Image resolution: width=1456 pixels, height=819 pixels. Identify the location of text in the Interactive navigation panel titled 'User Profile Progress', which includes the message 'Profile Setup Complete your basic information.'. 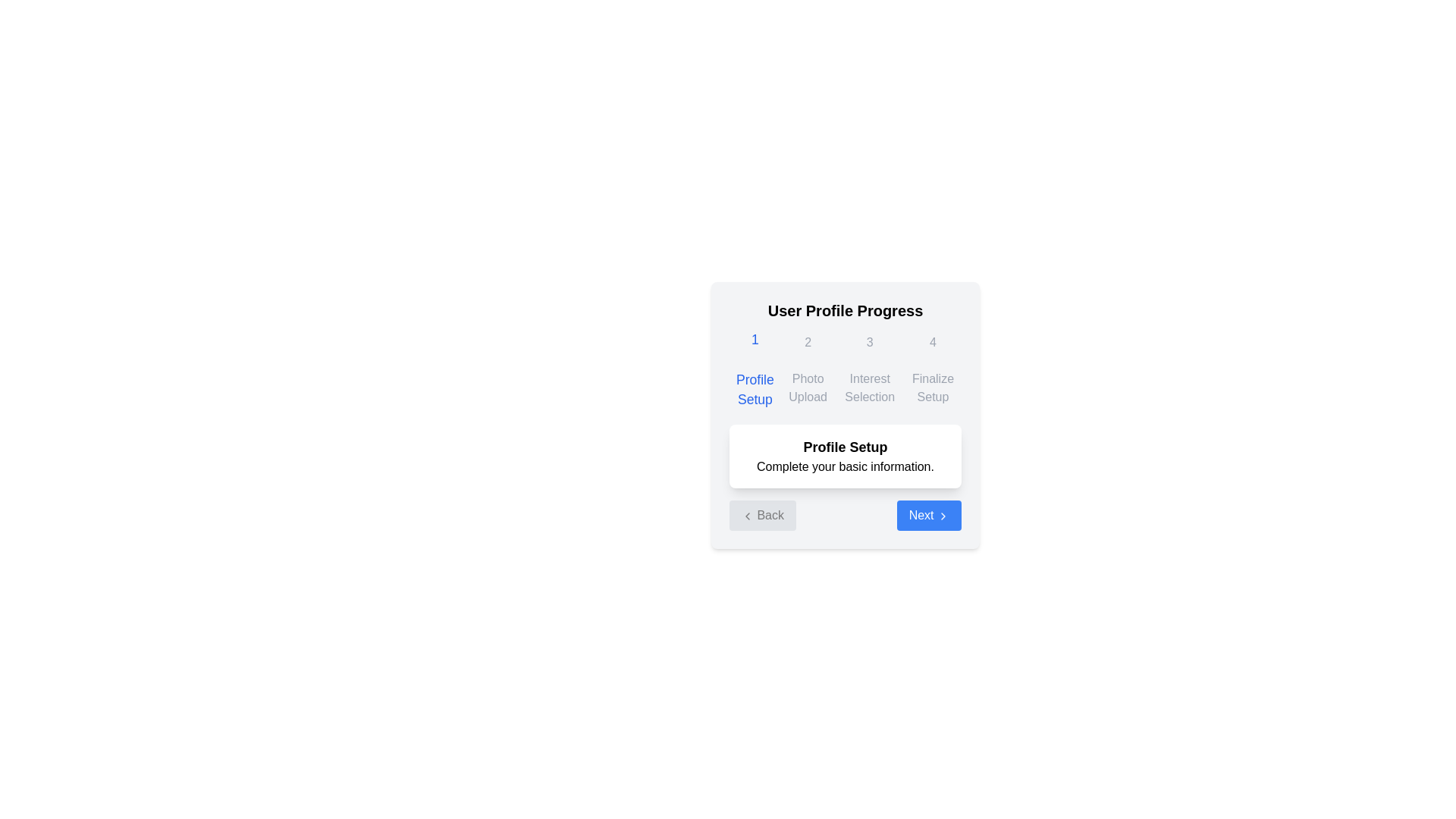
(844, 444).